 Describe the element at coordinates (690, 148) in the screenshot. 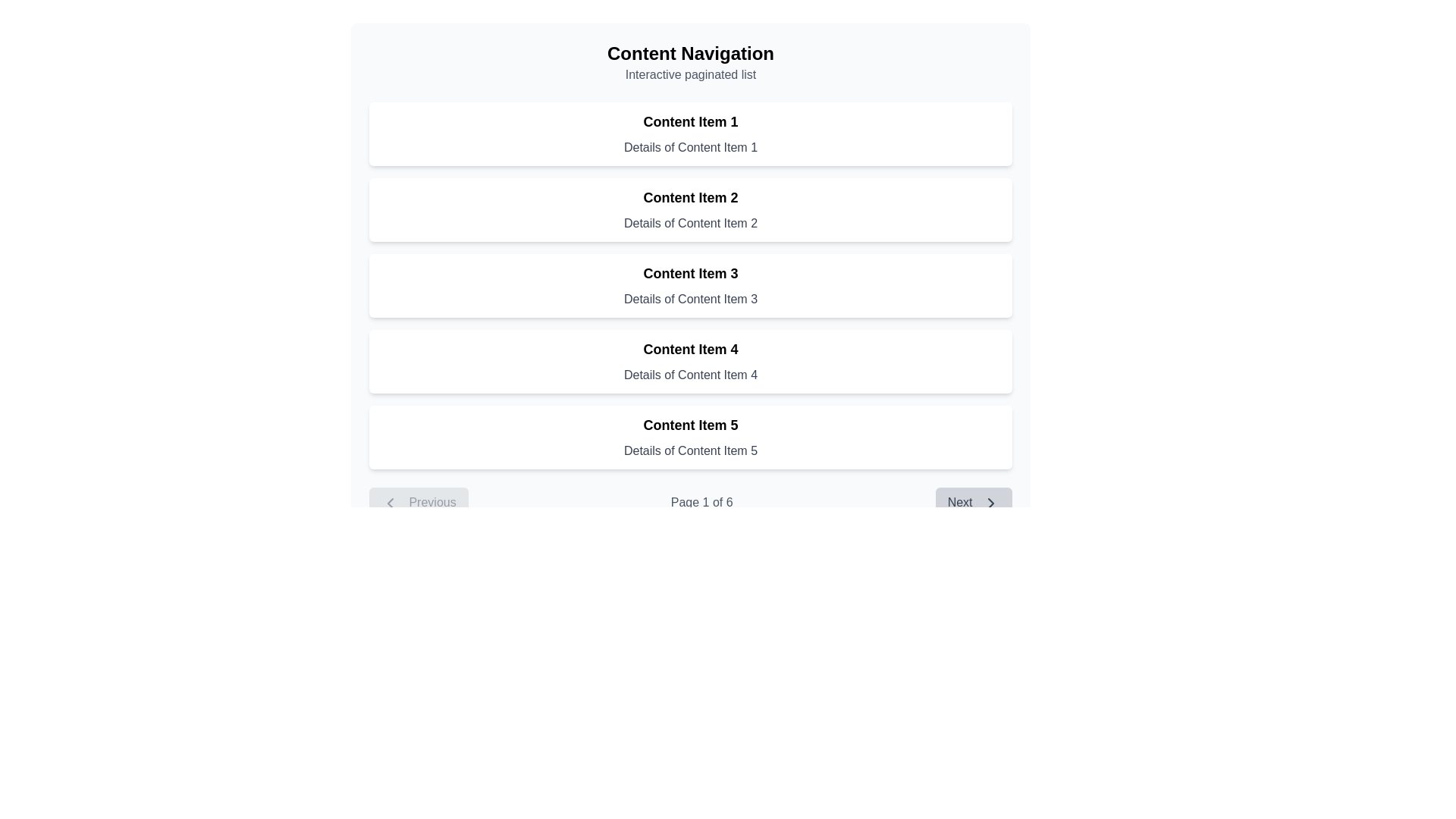

I see `the static text label reading 'Details of Content Item 1', which is styled in gray and positioned beneath the title 'Content Item 1'` at that location.